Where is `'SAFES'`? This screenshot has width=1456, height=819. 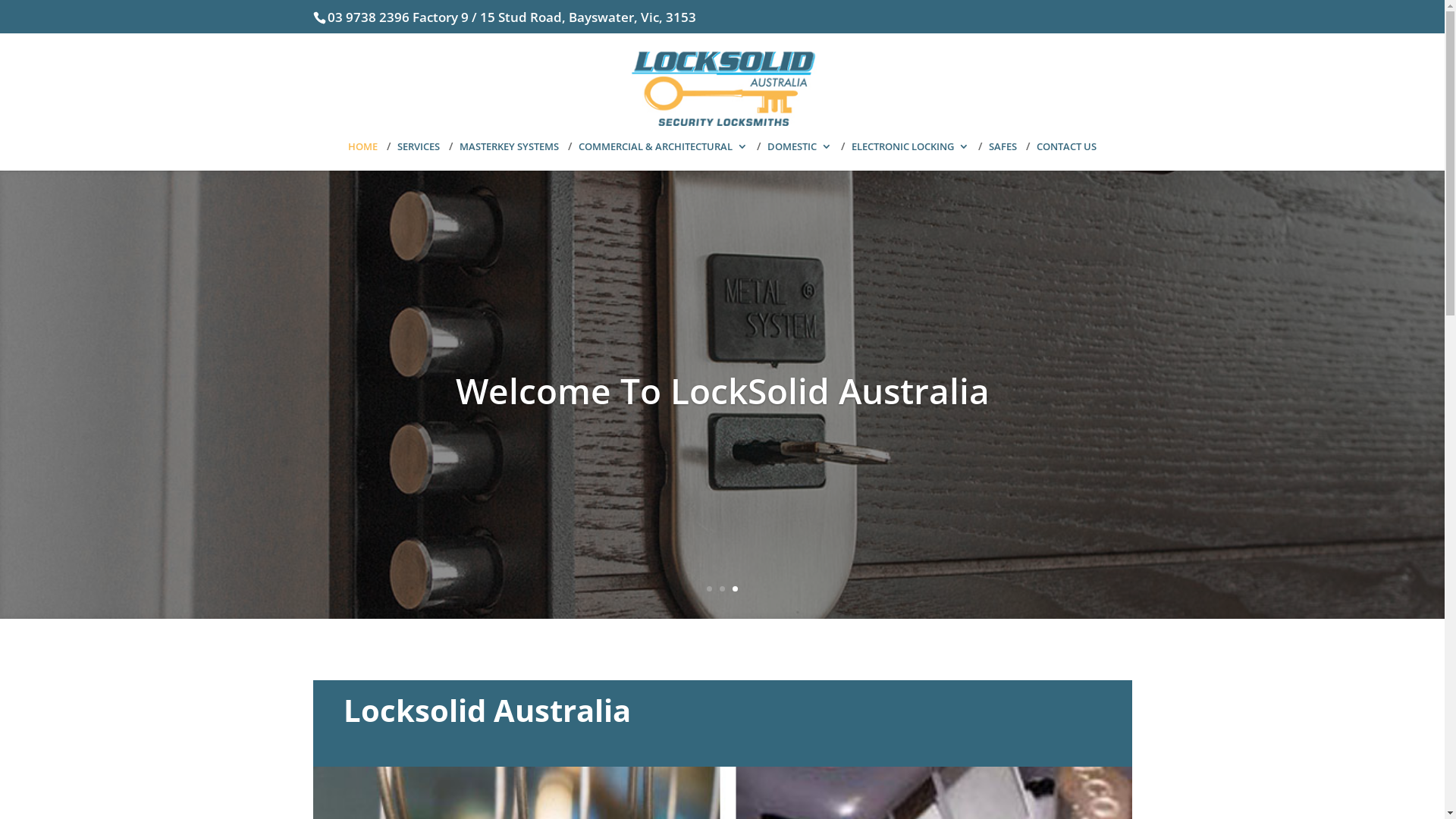 'SAFES' is located at coordinates (1003, 155).